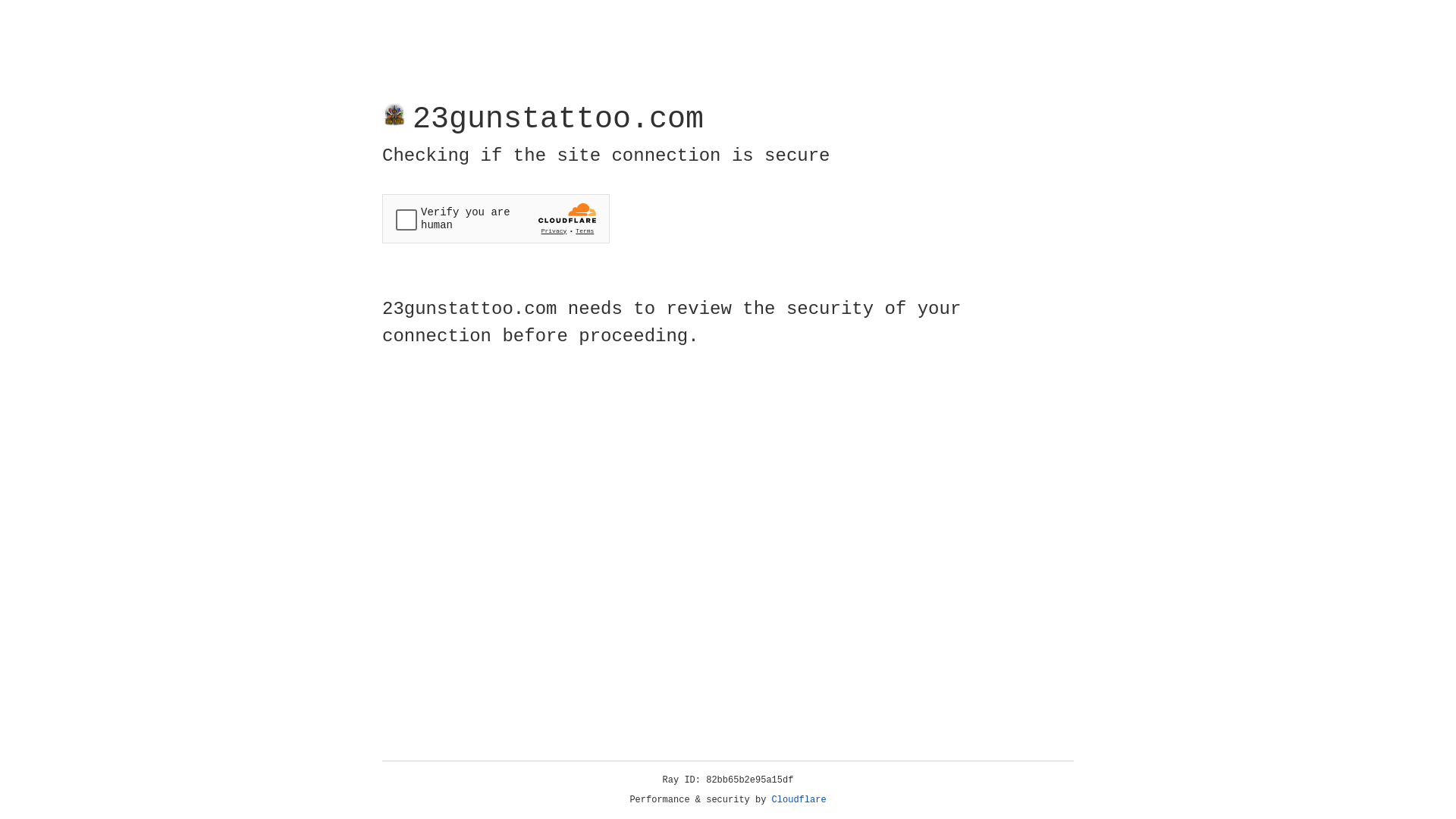 This screenshot has width=1456, height=819. Describe the element at coordinates (495, 218) in the screenshot. I see `'Widget containing a Cloudflare security challenge'` at that location.